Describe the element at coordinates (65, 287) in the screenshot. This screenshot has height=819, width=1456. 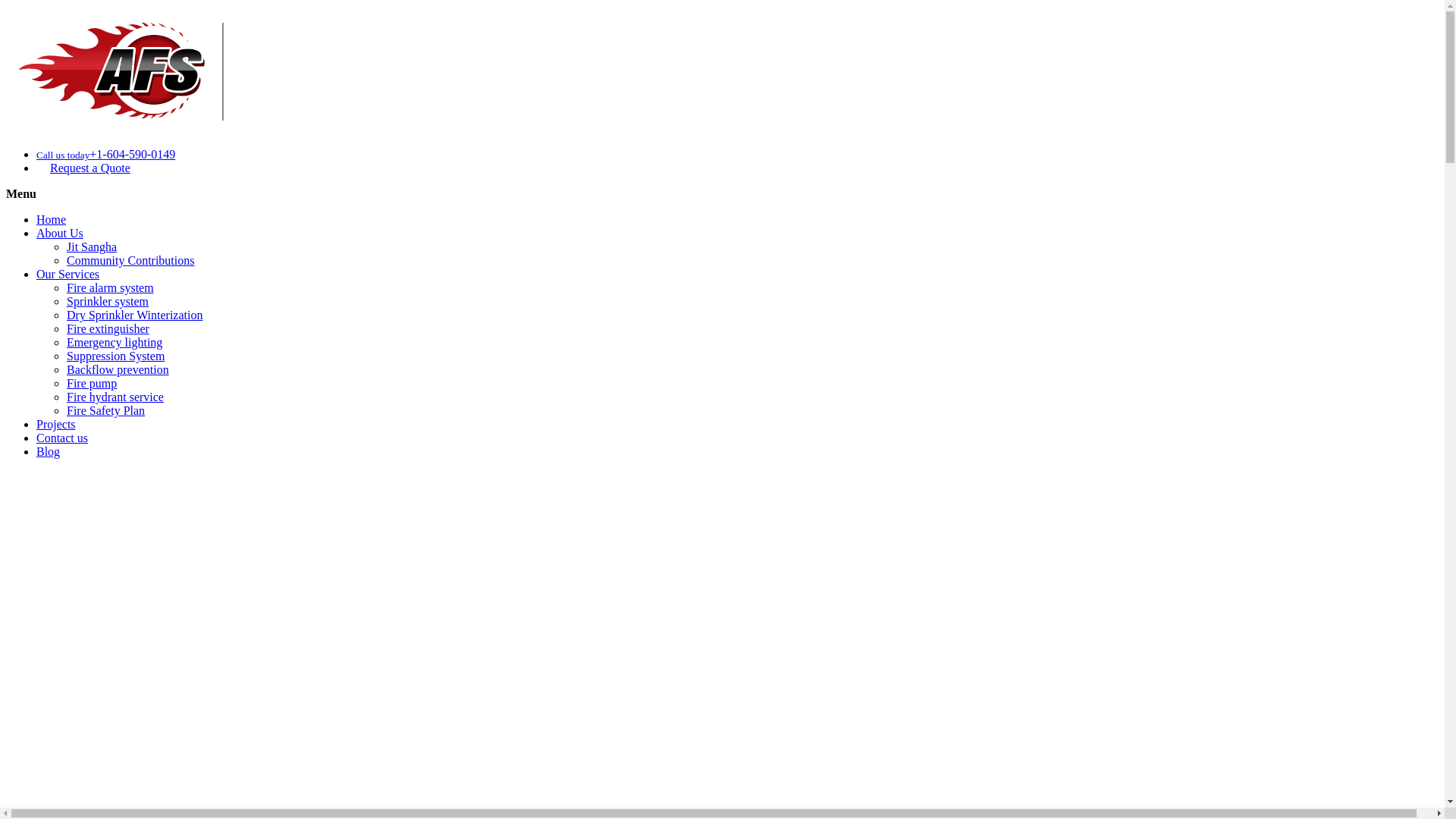
I see `'Fire alarm system'` at that location.